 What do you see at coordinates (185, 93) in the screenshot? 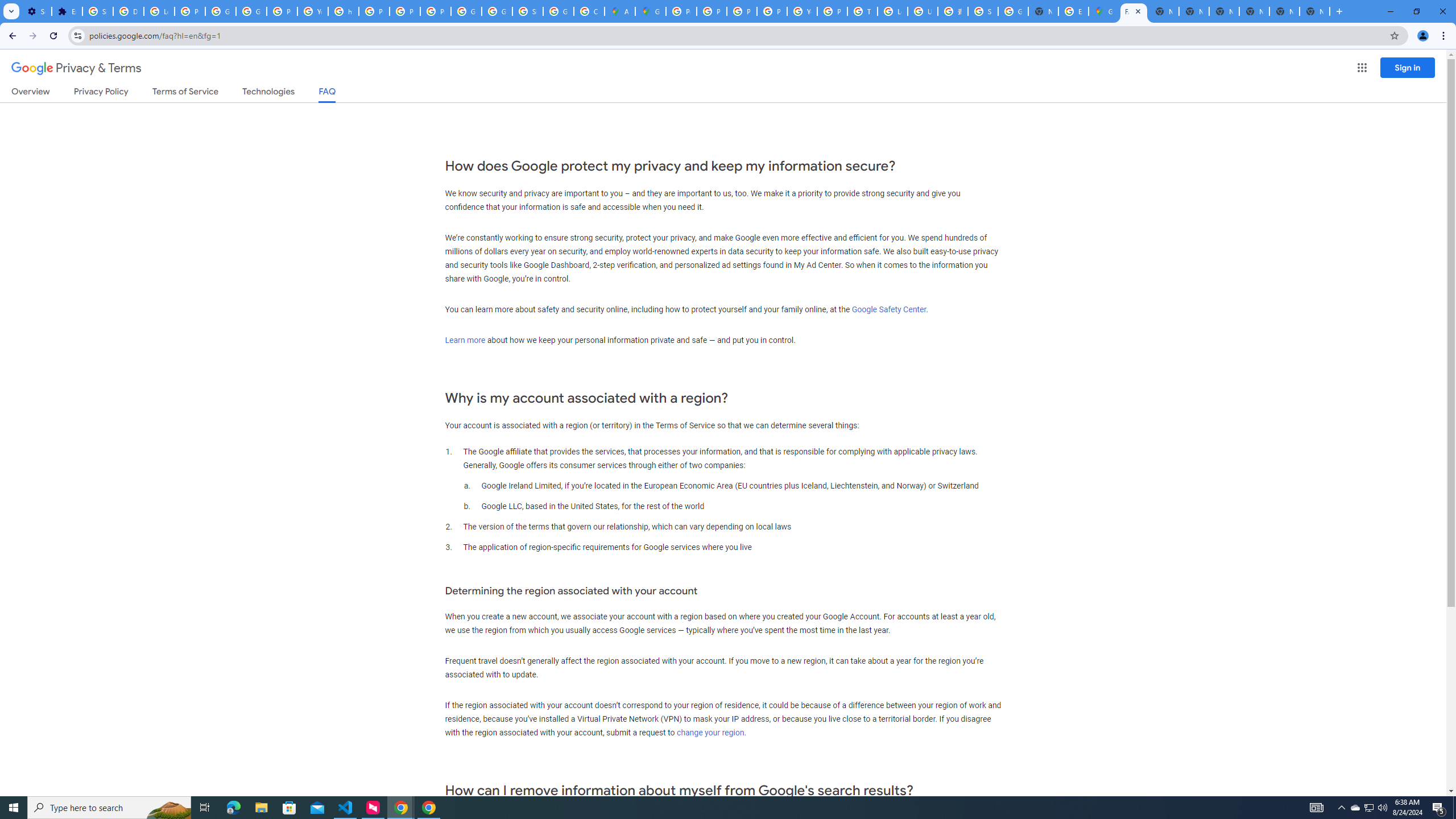
I see `'Terms of Service'` at bounding box center [185, 93].